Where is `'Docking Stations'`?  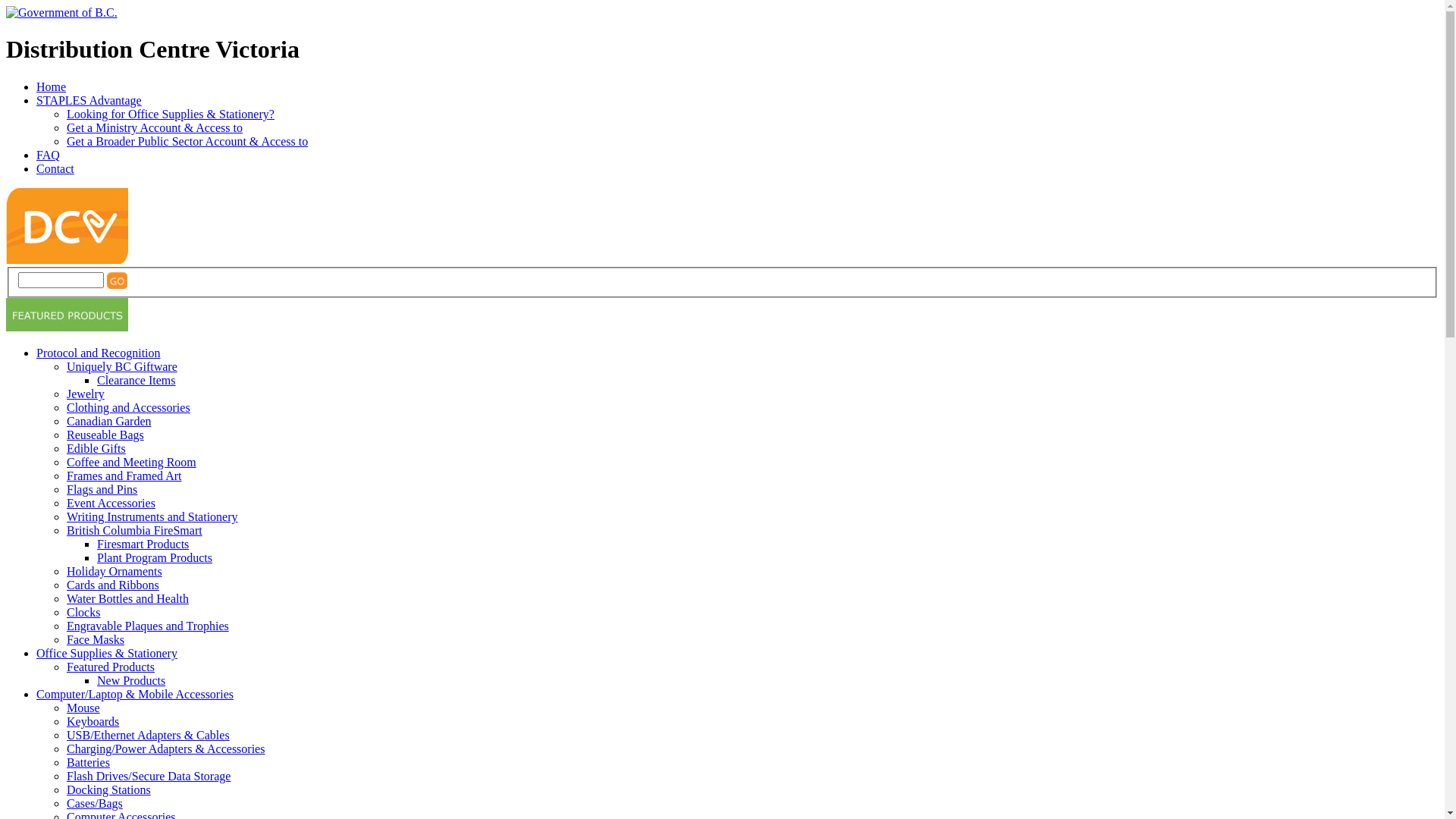
'Docking Stations' is located at coordinates (65, 789).